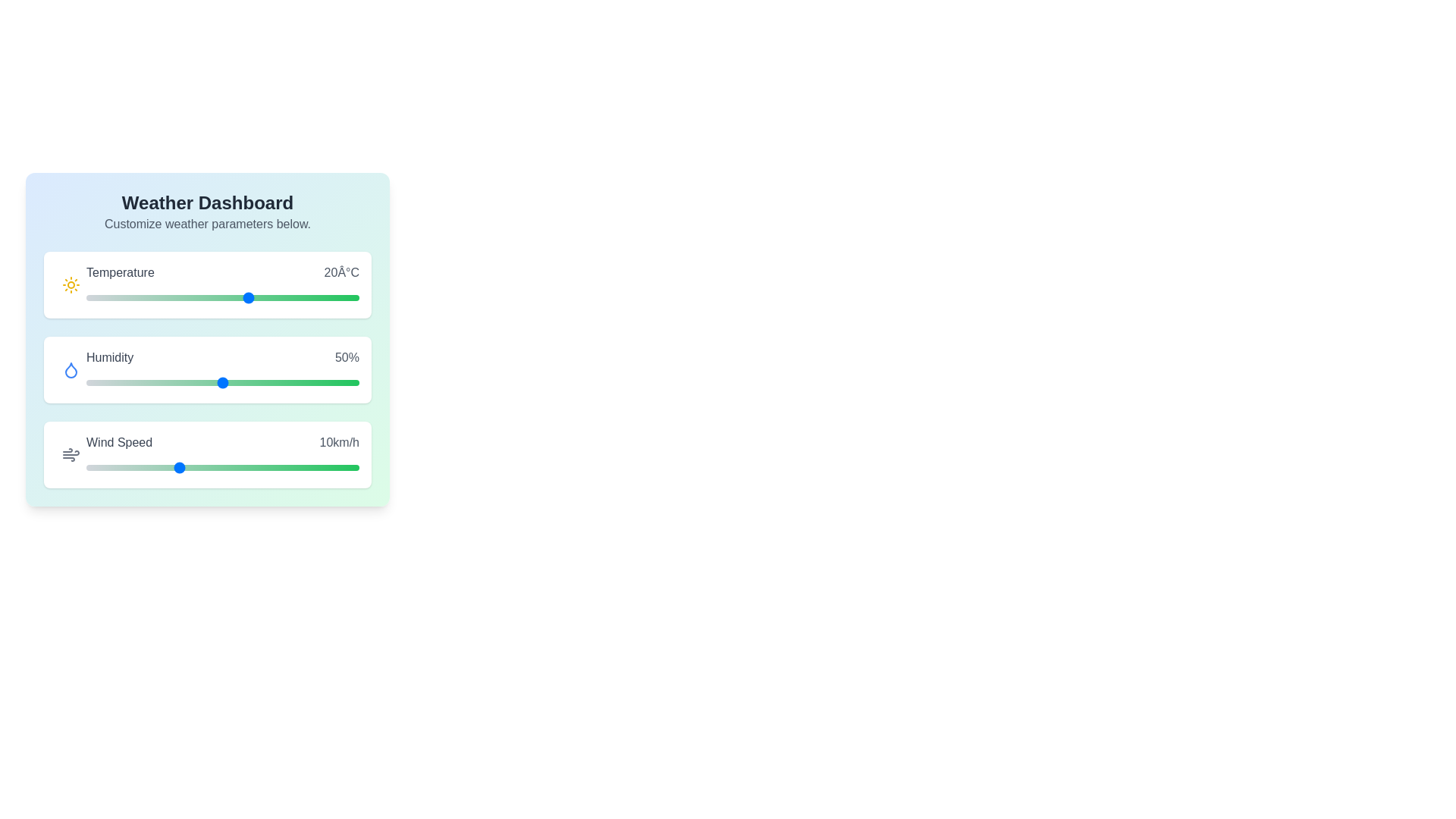  Describe the element at coordinates (135, 298) in the screenshot. I see `the temperature slider to -1°C` at that location.